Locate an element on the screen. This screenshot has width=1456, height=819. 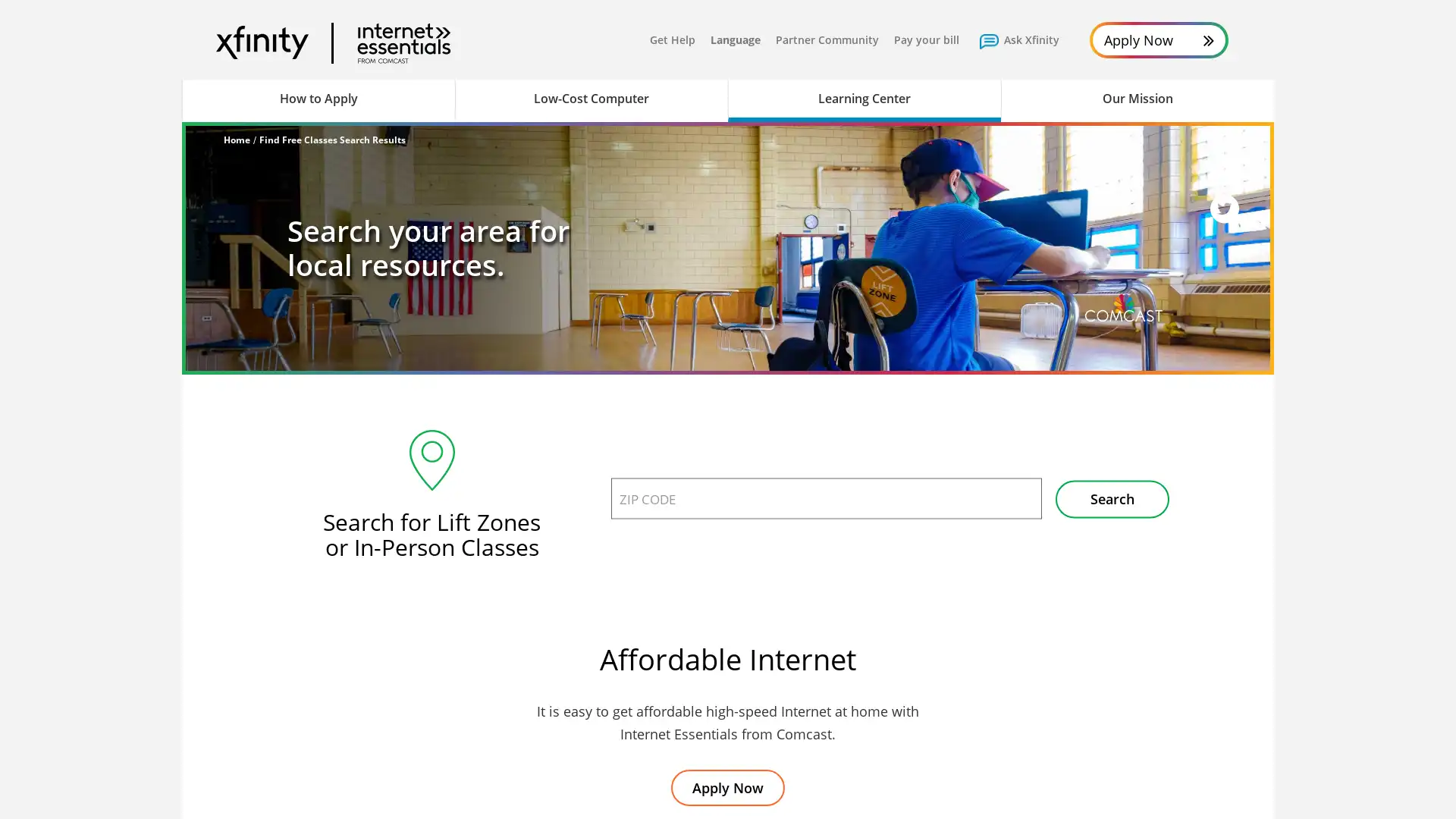
Apply Now is located at coordinates (728, 786).